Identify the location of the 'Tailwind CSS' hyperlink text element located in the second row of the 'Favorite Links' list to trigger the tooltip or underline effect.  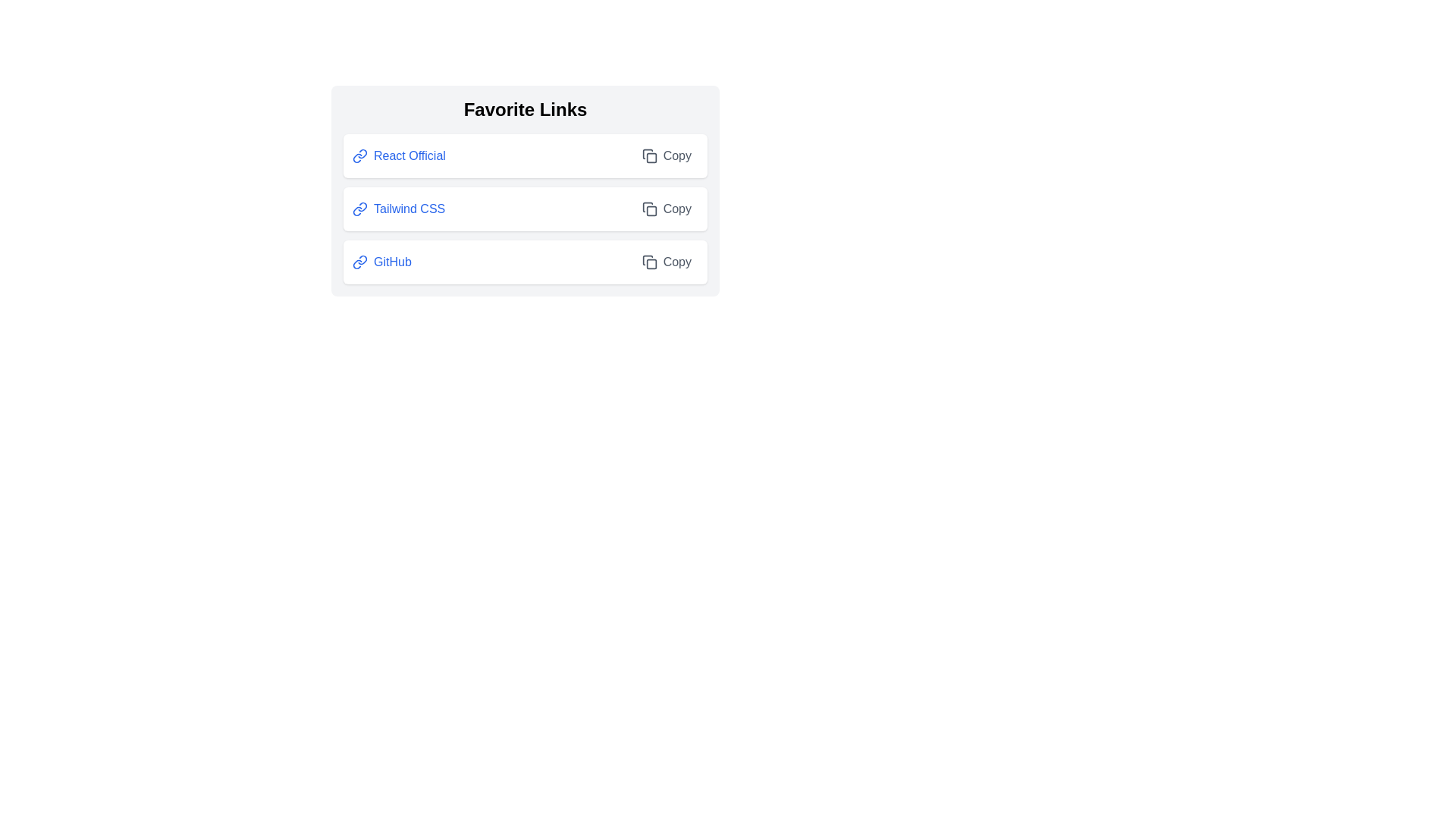
(409, 209).